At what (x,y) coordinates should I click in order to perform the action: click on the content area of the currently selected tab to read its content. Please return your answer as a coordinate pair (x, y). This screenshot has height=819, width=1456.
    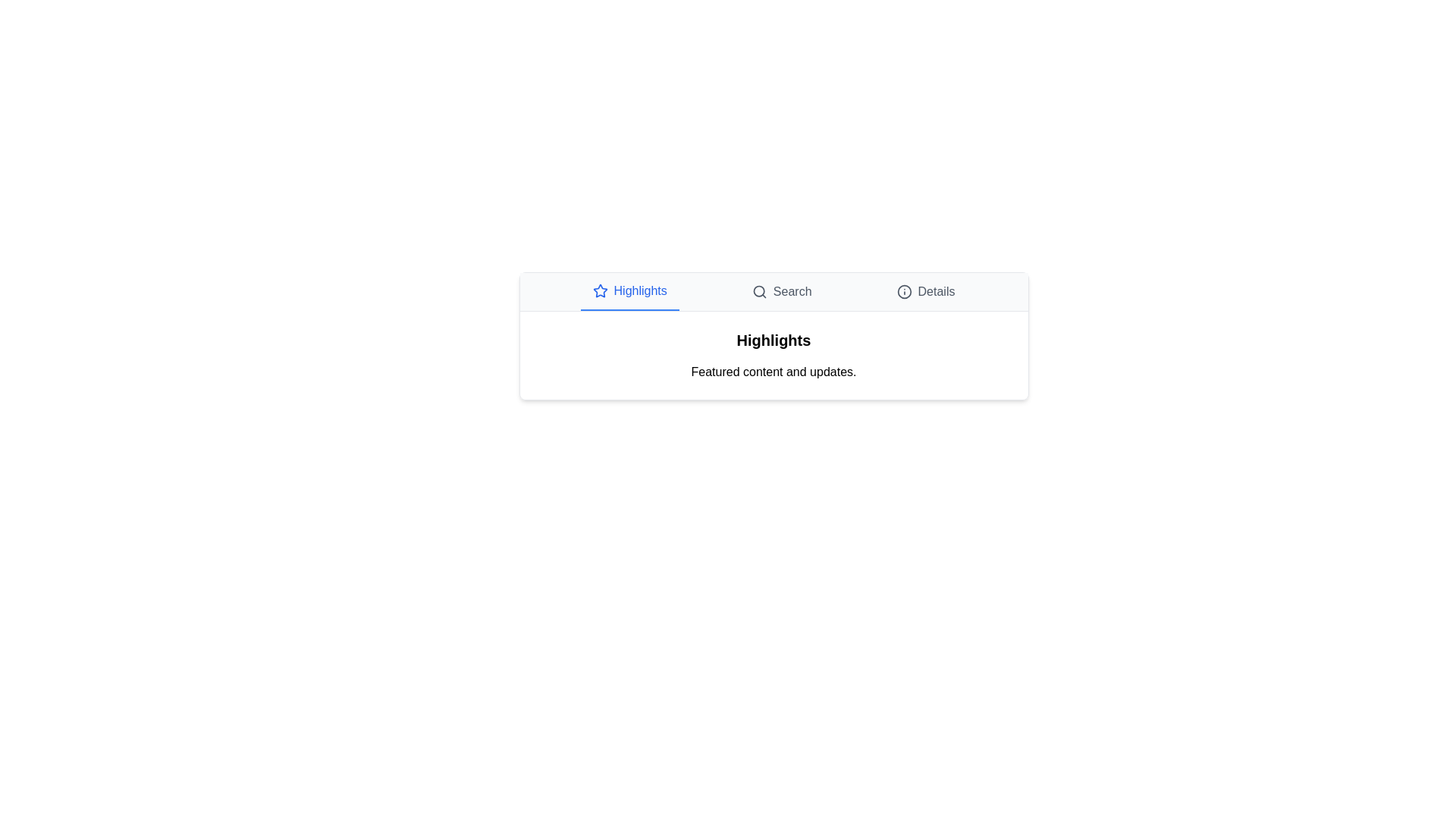
    Looking at the image, I should click on (773, 356).